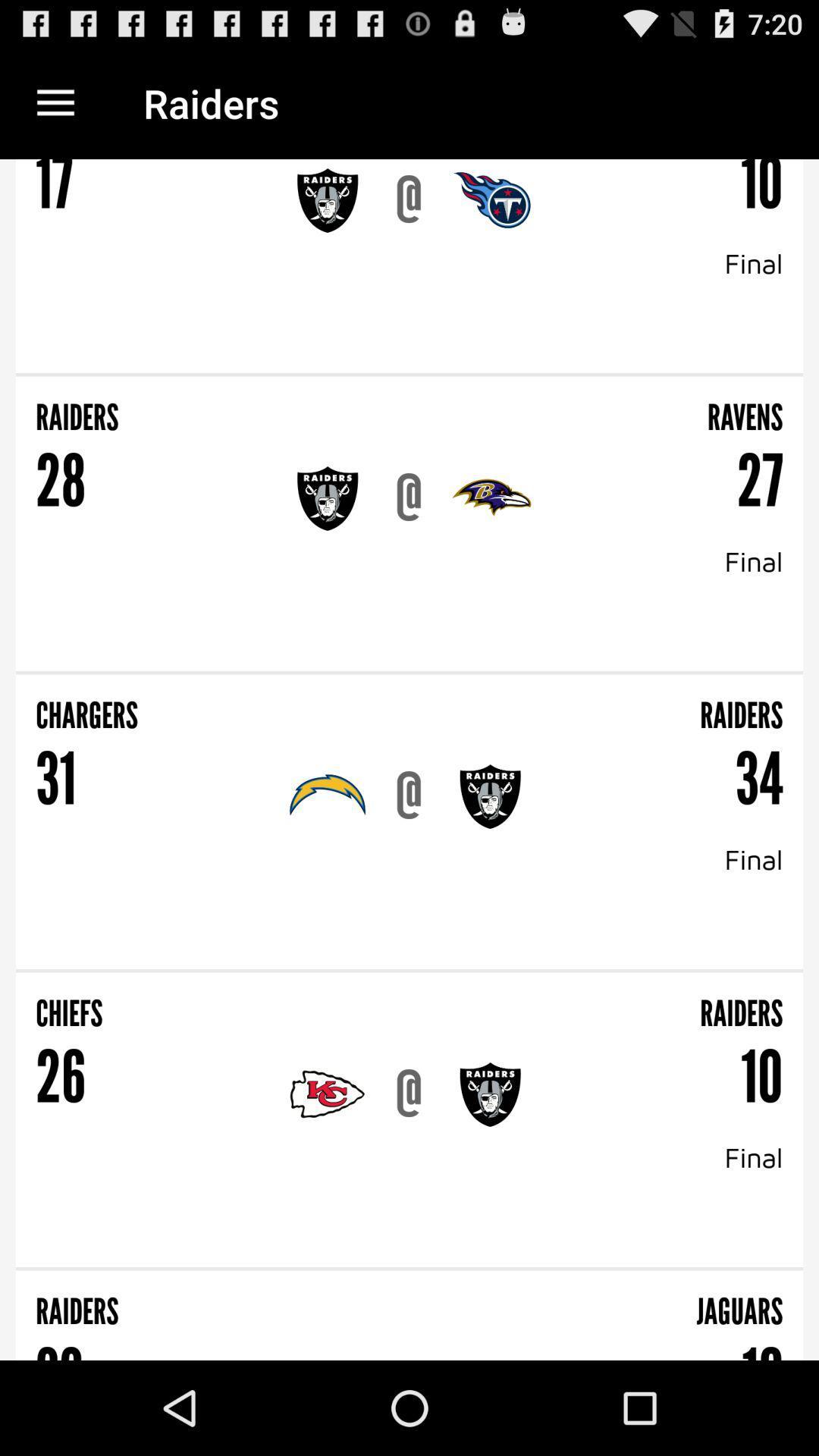 The width and height of the screenshot is (819, 1456). Describe the element at coordinates (597, 407) in the screenshot. I see `the ravens item` at that location.